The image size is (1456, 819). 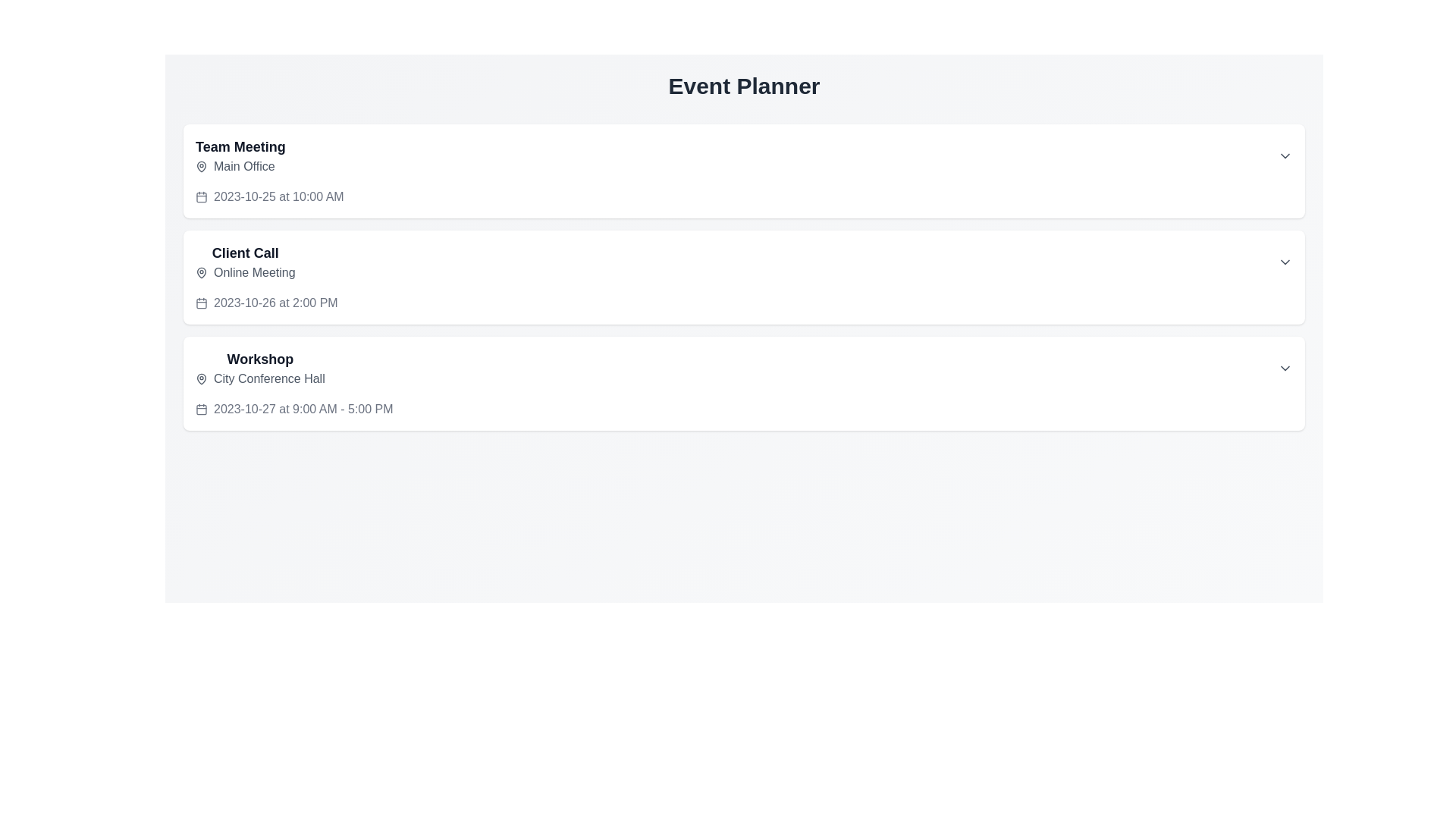 I want to click on the 'Workshop' title text display in the third event card under 'Event Planner', which is positioned above 'City Conference Hall', so click(x=260, y=359).